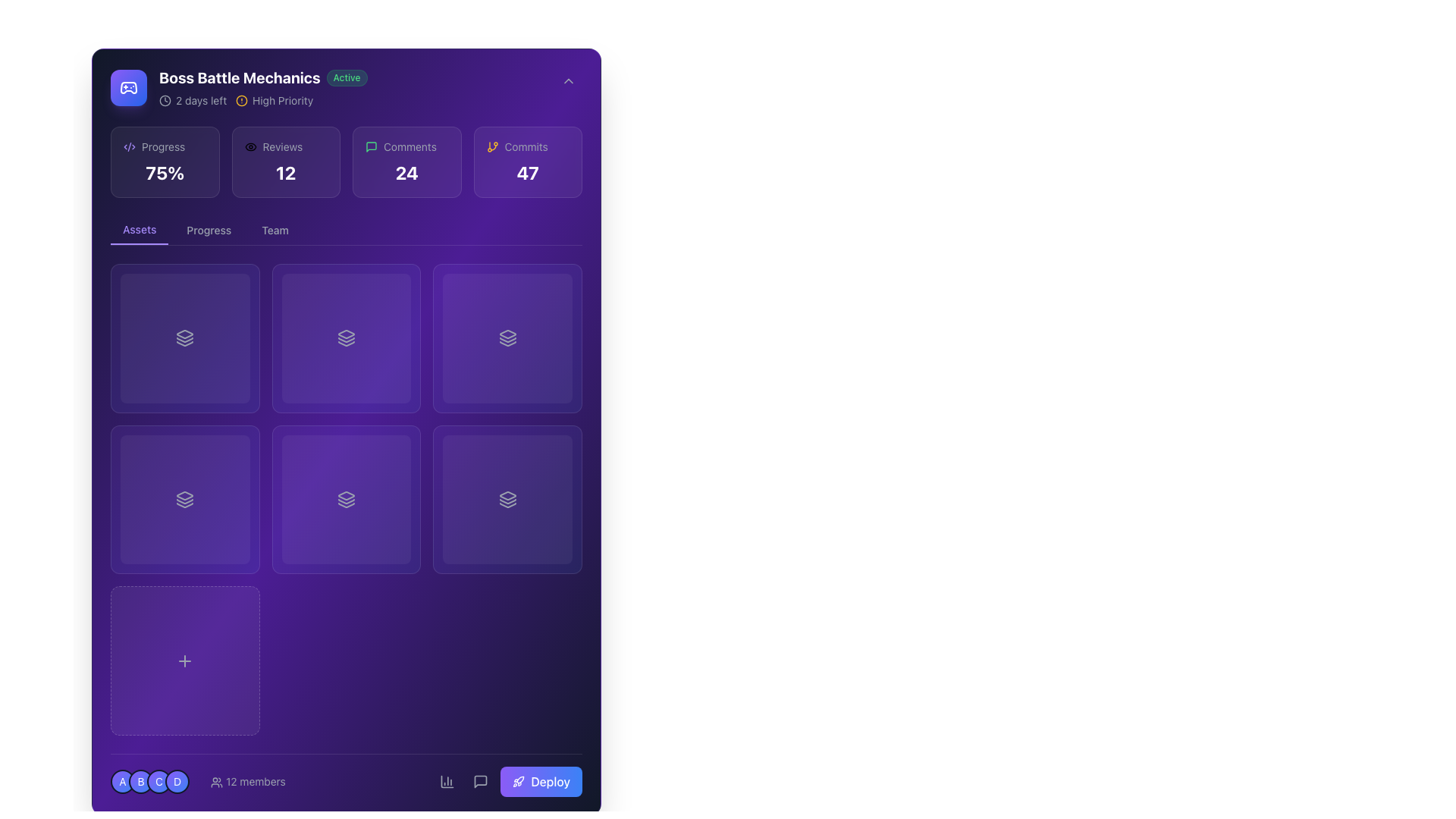  What do you see at coordinates (507, 337) in the screenshot?
I see `the square button with a gradient purple background and a layer stack icon at its center` at bounding box center [507, 337].